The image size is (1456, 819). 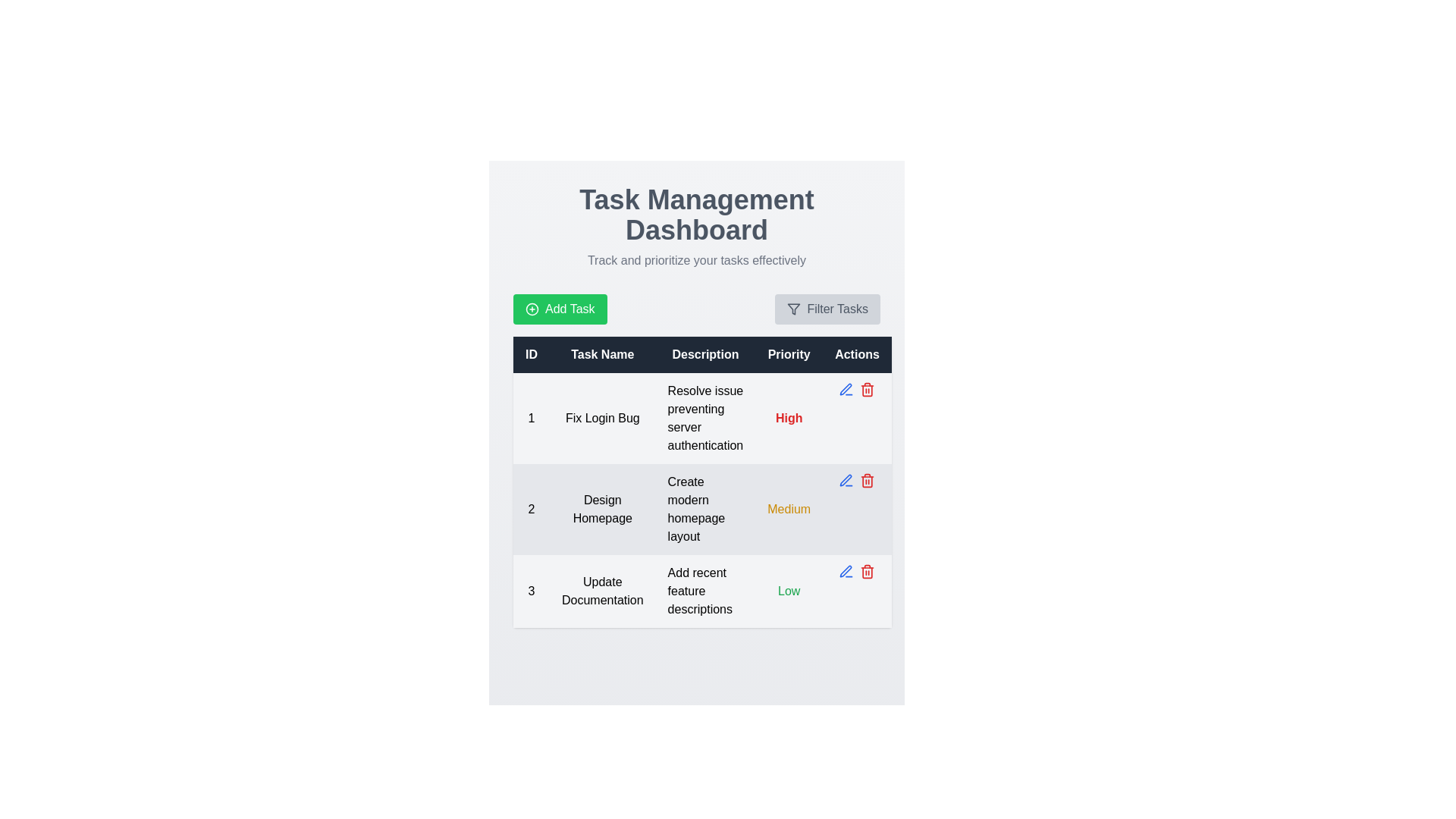 What do you see at coordinates (868, 390) in the screenshot?
I see `the trash can icon button located in the 'Actions' column of the task management table` at bounding box center [868, 390].